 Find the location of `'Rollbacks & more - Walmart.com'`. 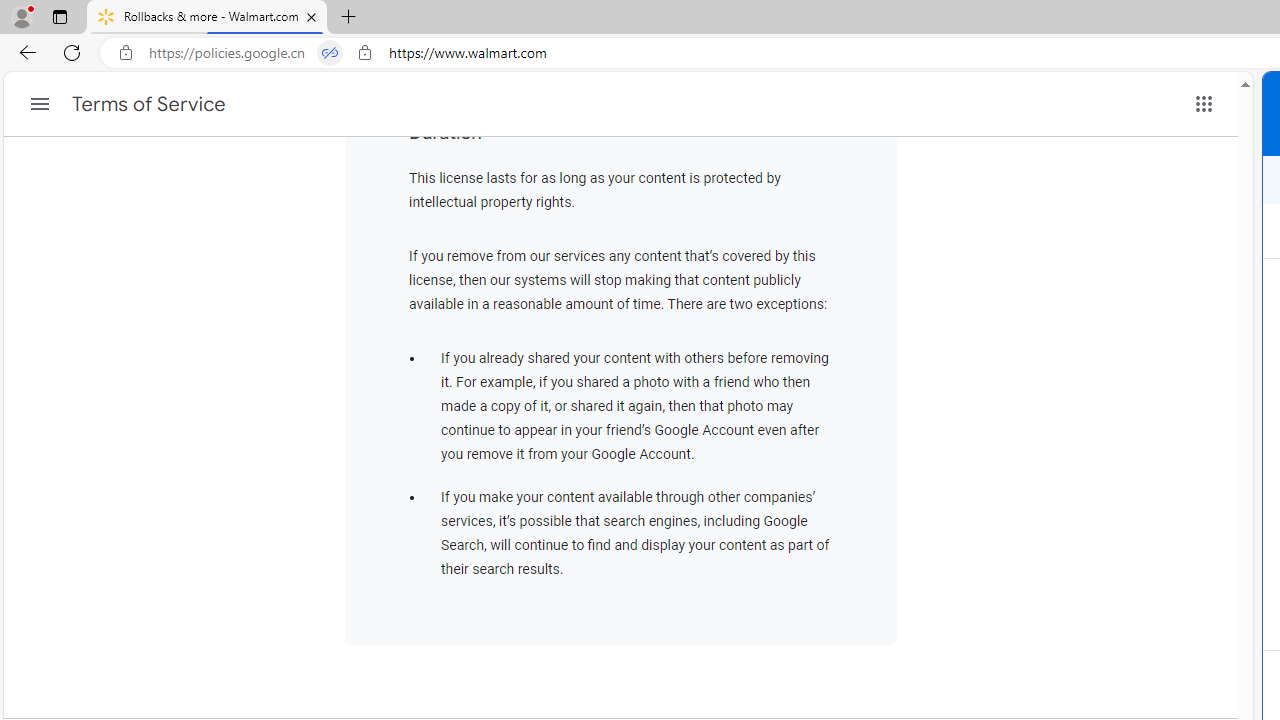

'Rollbacks & more - Walmart.com' is located at coordinates (207, 17).